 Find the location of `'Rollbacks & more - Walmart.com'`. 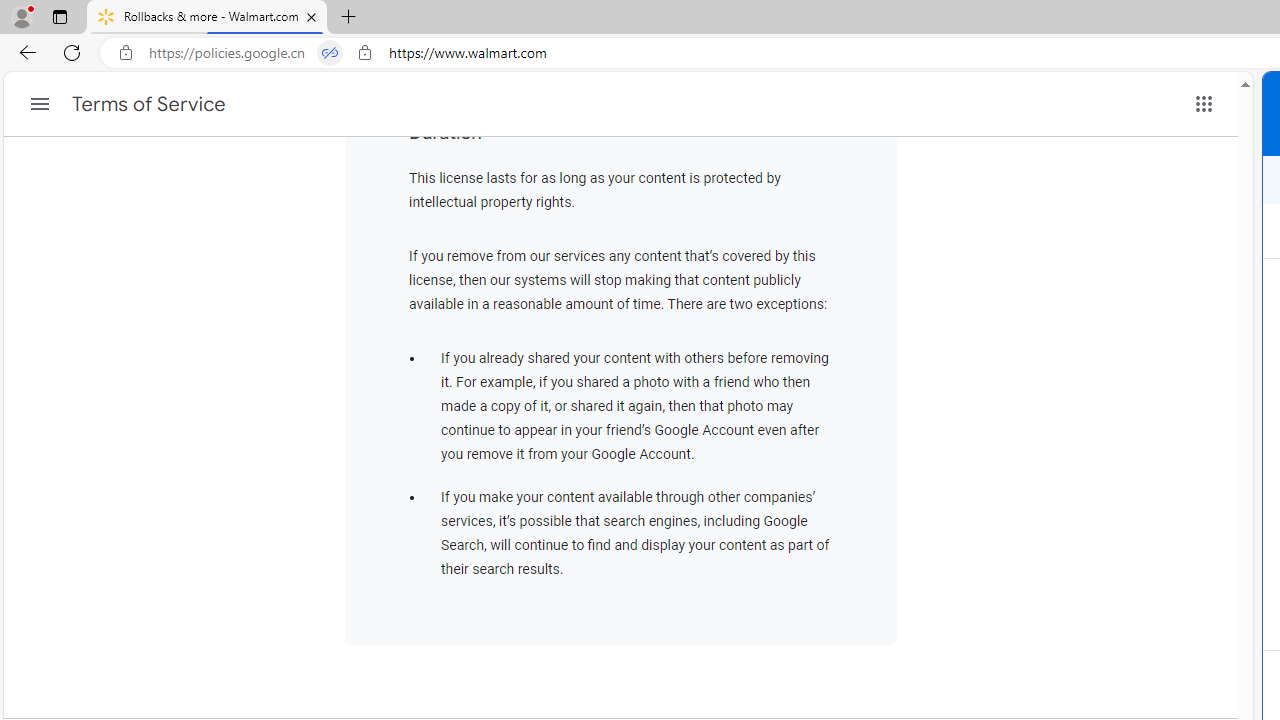

'Rollbacks & more - Walmart.com' is located at coordinates (207, 17).